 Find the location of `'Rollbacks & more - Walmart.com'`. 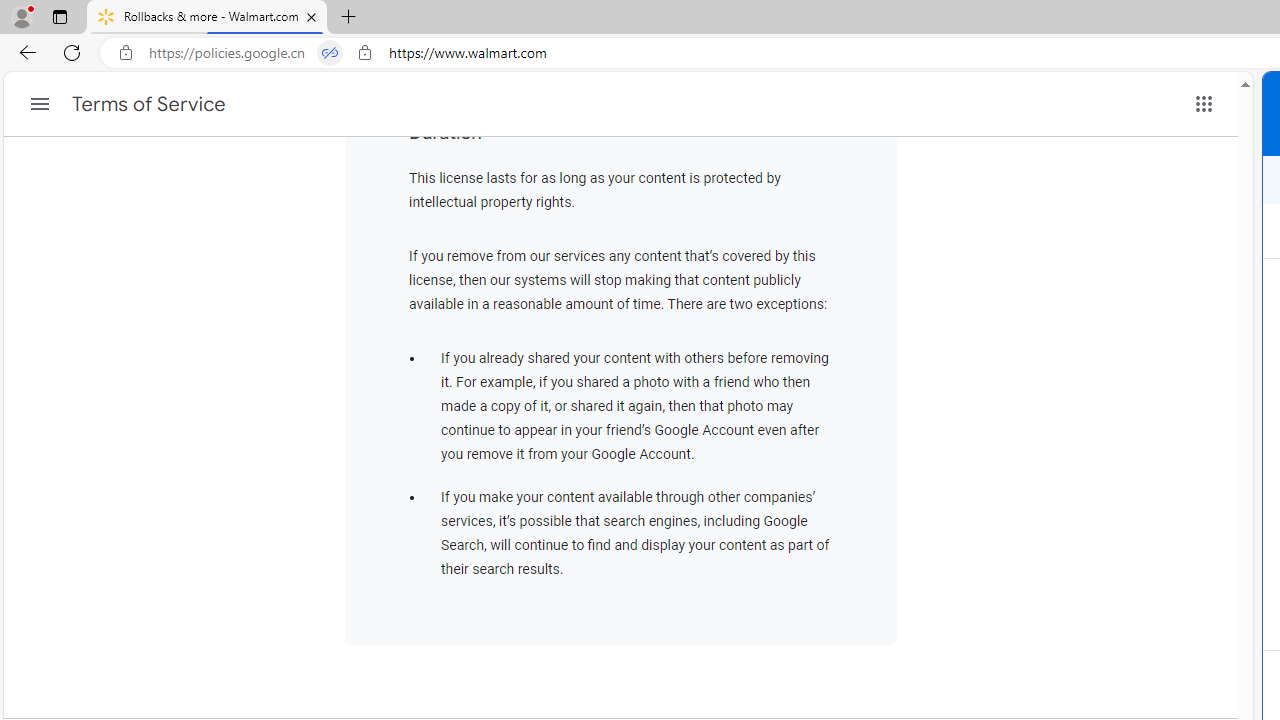

'Rollbacks & more - Walmart.com' is located at coordinates (207, 17).